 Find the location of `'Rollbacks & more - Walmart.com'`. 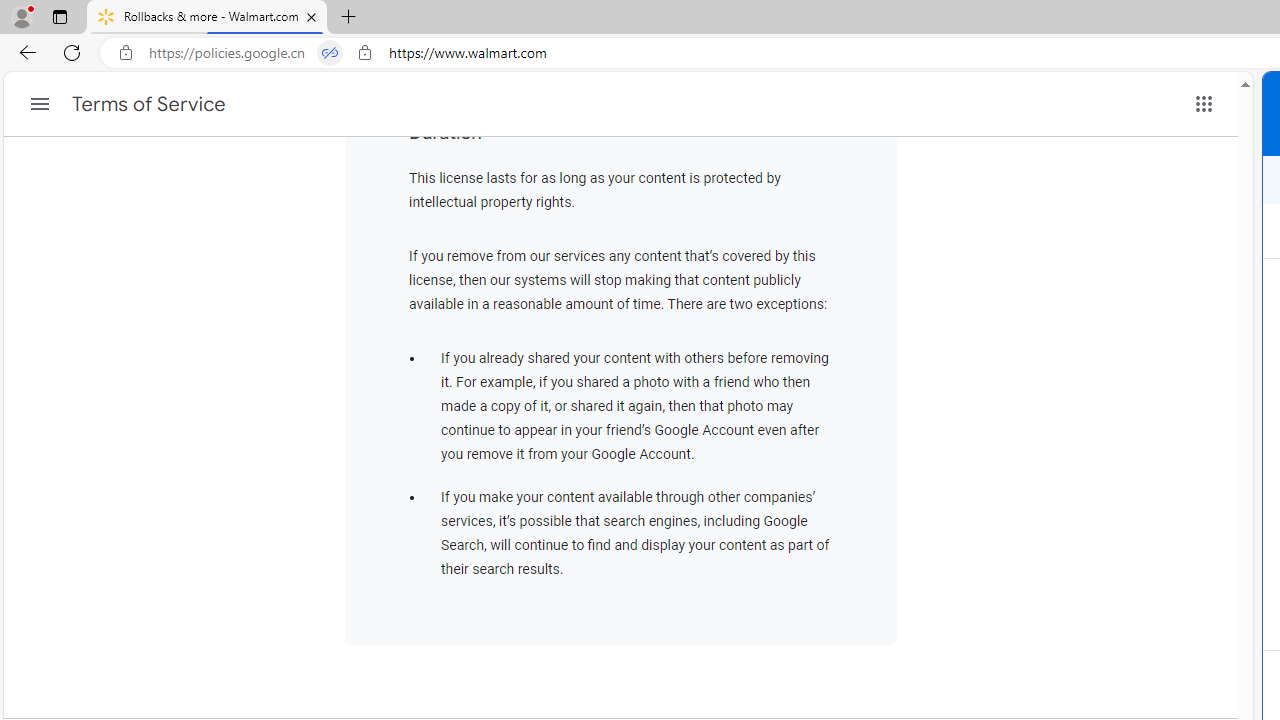

'Rollbacks & more - Walmart.com' is located at coordinates (207, 17).